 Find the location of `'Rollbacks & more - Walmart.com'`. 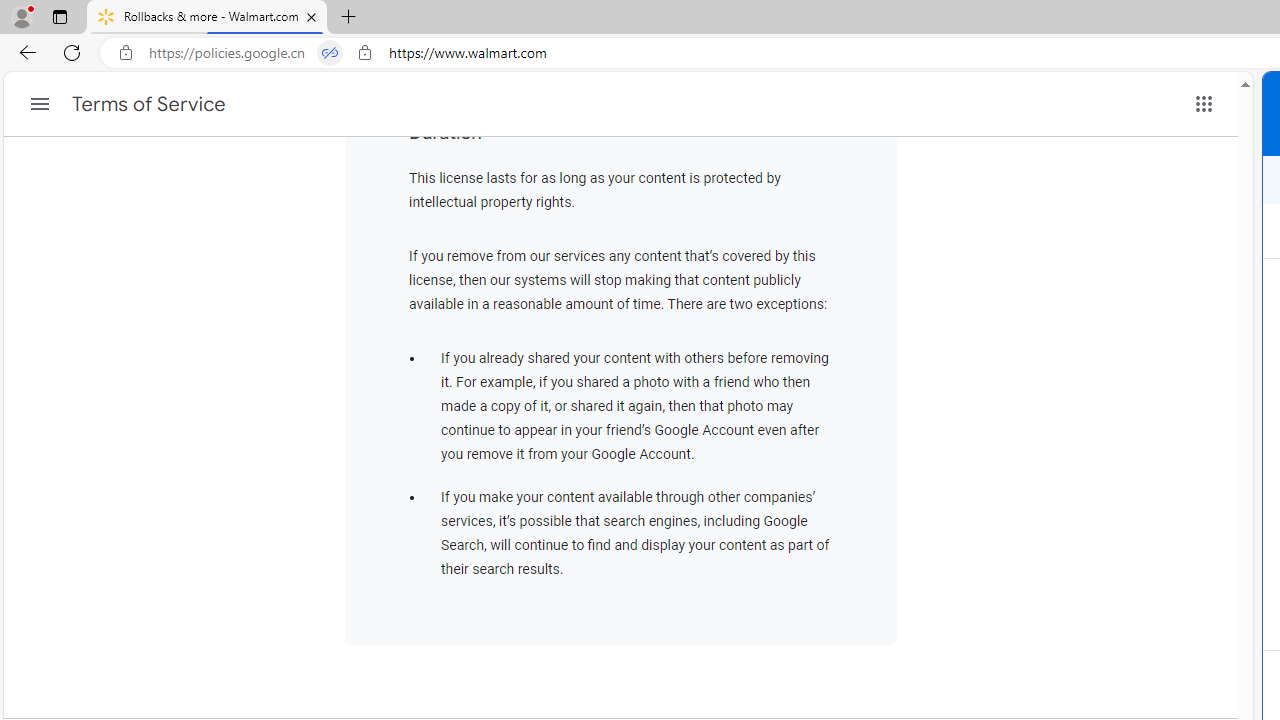

'Rollbacks & more - Walmart.com' is located at coordinates (207, 17).